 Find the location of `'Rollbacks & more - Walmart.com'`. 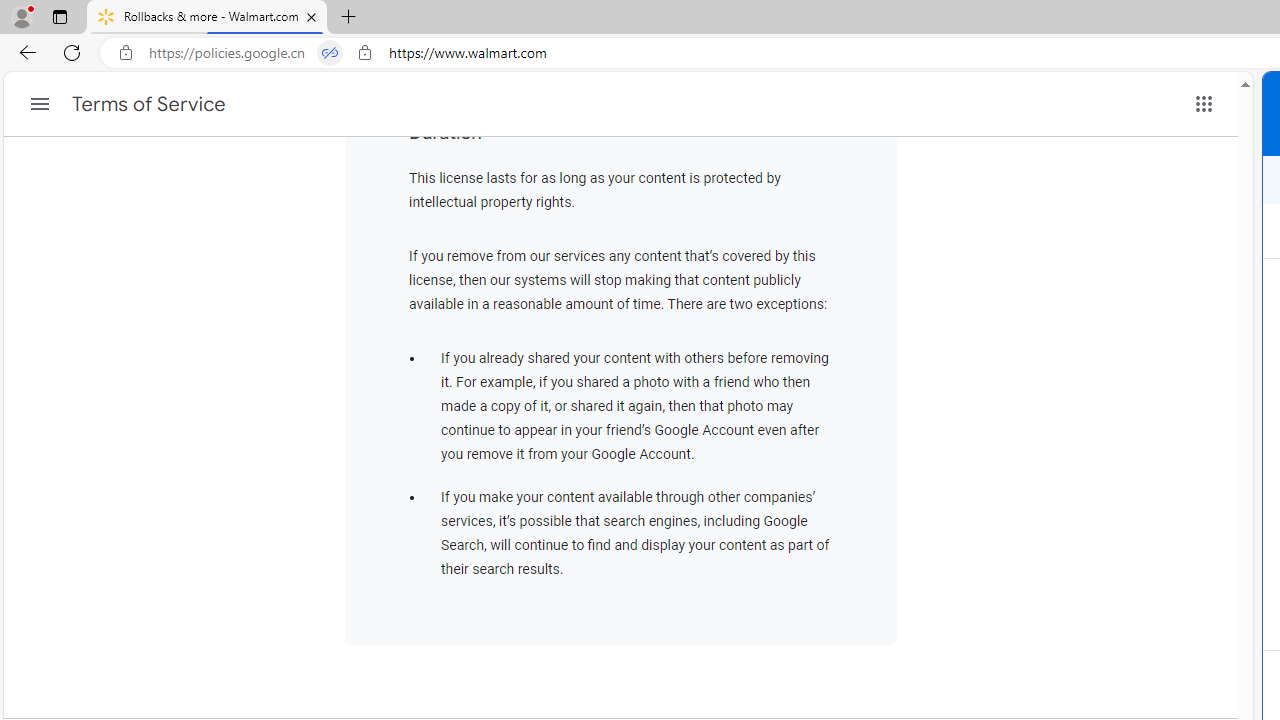

'Rollbacks & more - Walmart.com' is located at coordinates (207, 17).